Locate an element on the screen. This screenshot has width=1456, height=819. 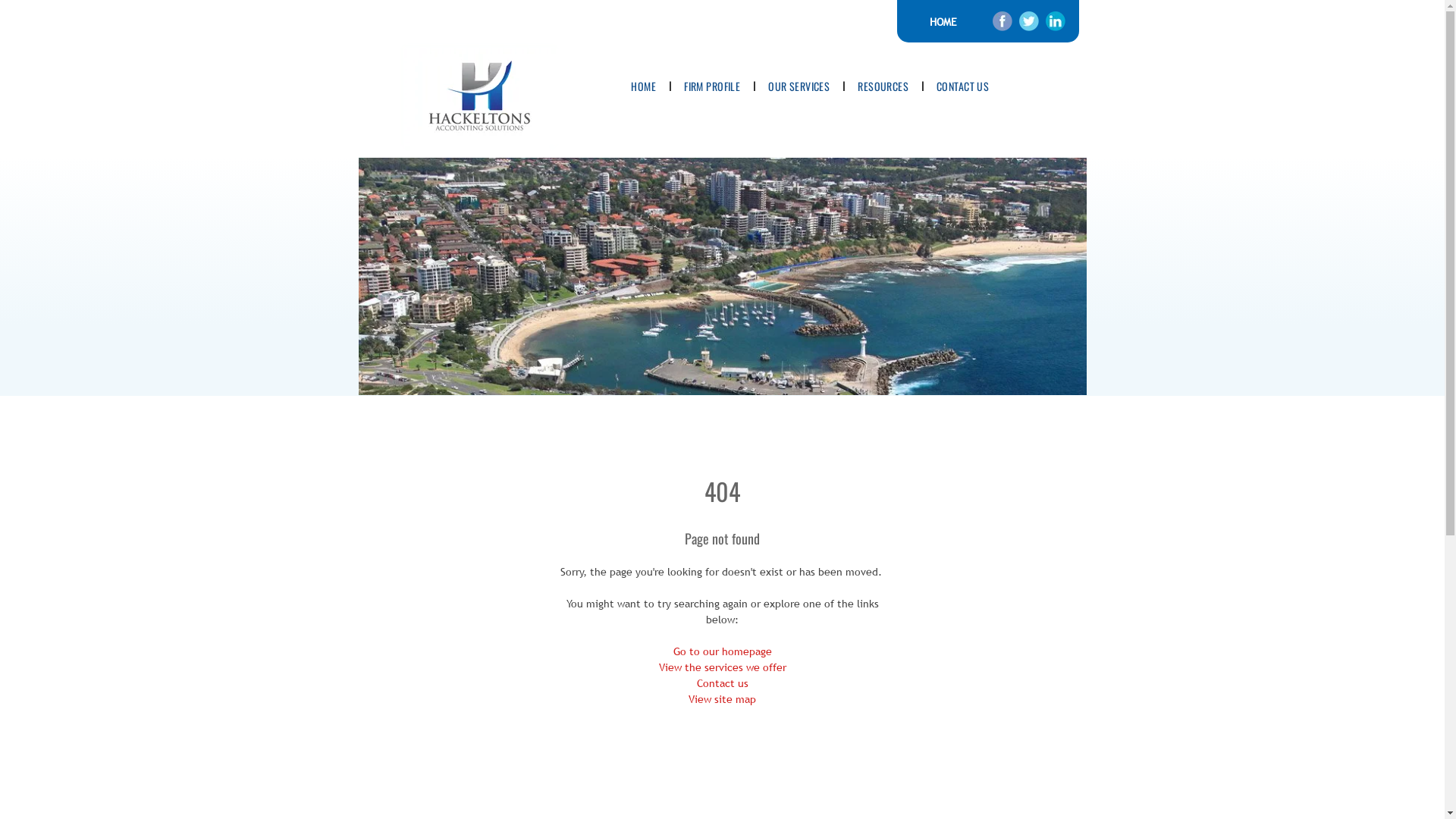
'Contact us' is located at coordinates (720, 683).